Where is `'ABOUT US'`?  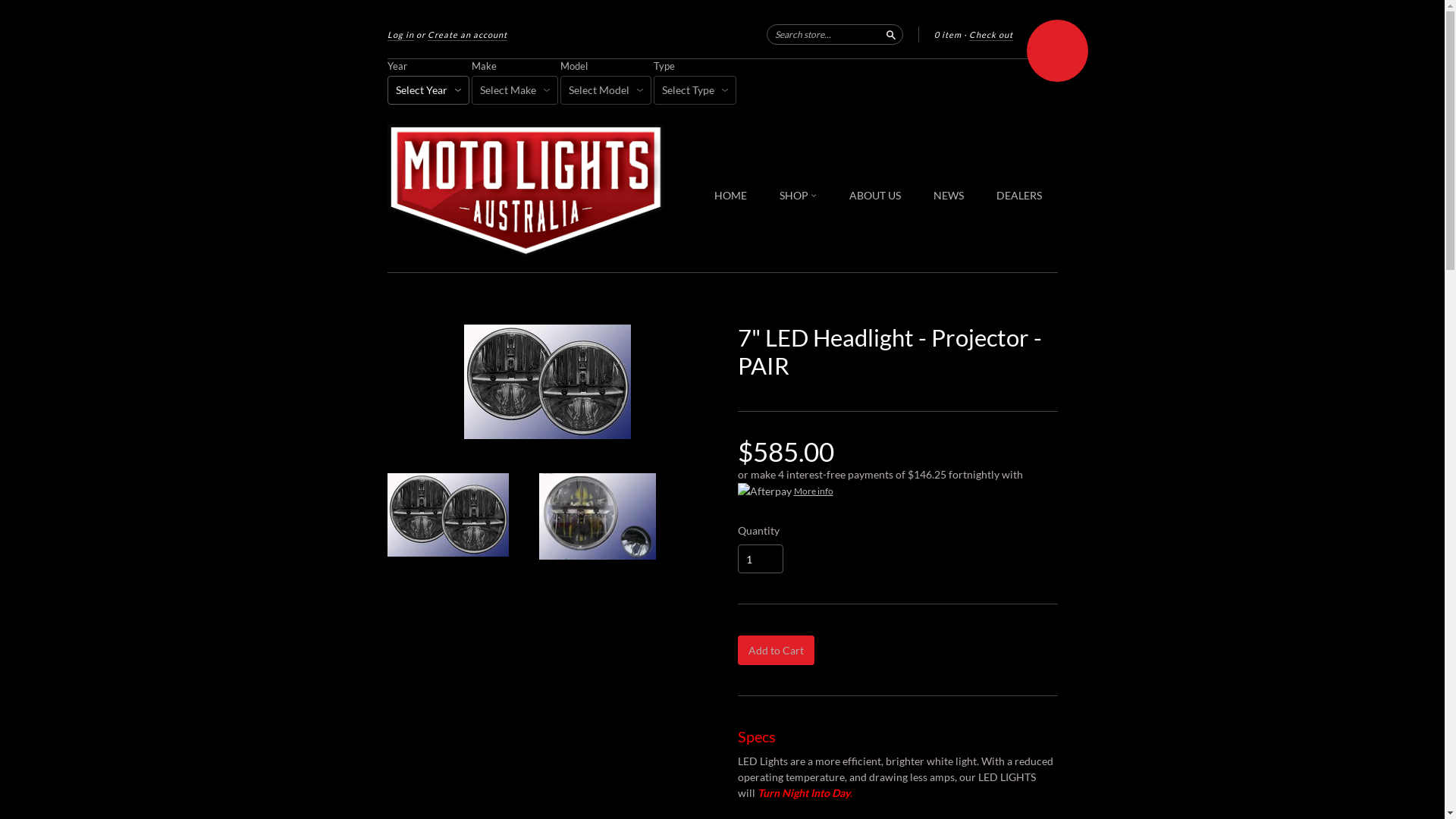
'ABOUT US' is located at coordinates (874, 194).